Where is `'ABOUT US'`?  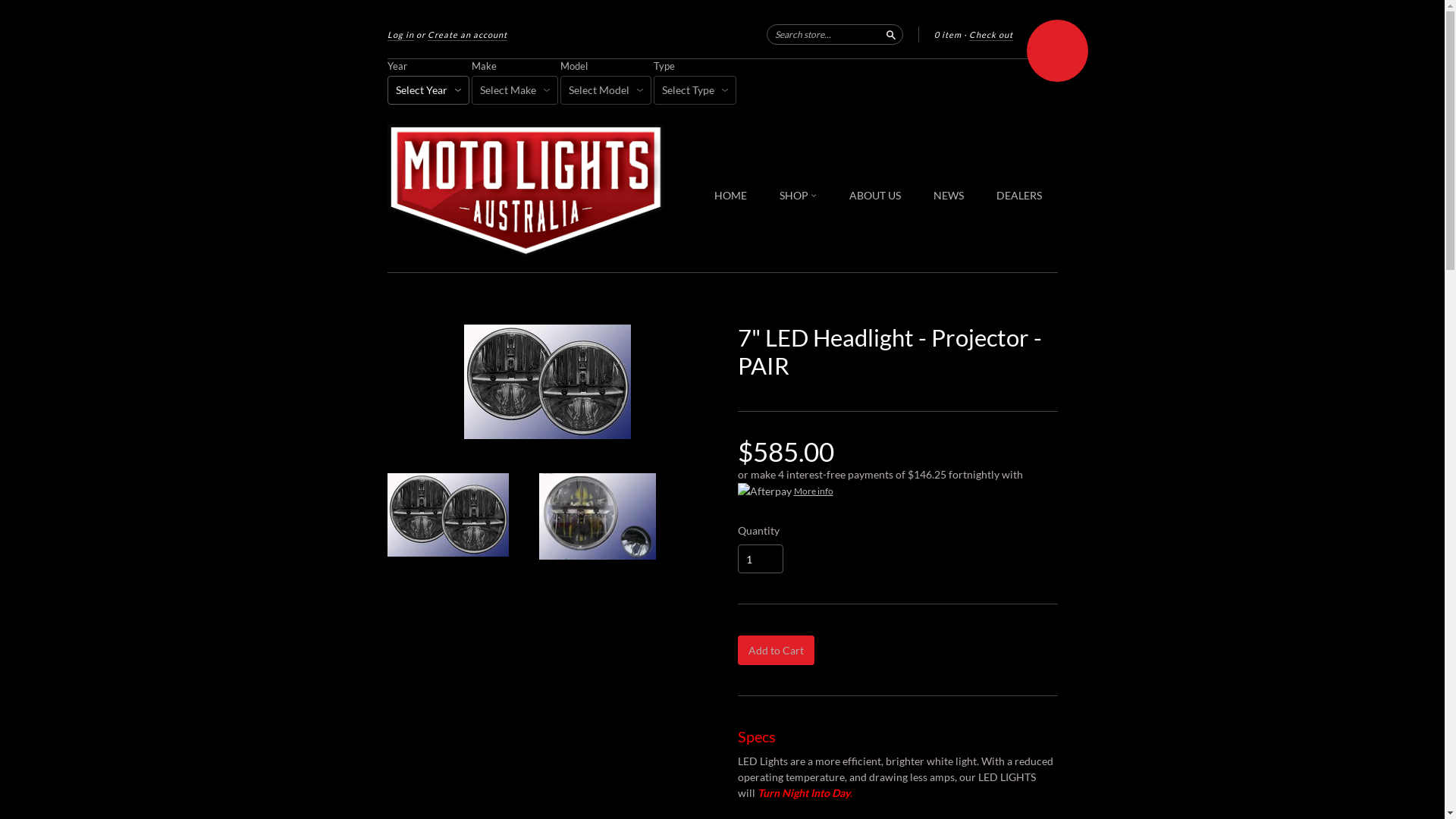
'ABOUT US' is located at coordinates (874, 194).